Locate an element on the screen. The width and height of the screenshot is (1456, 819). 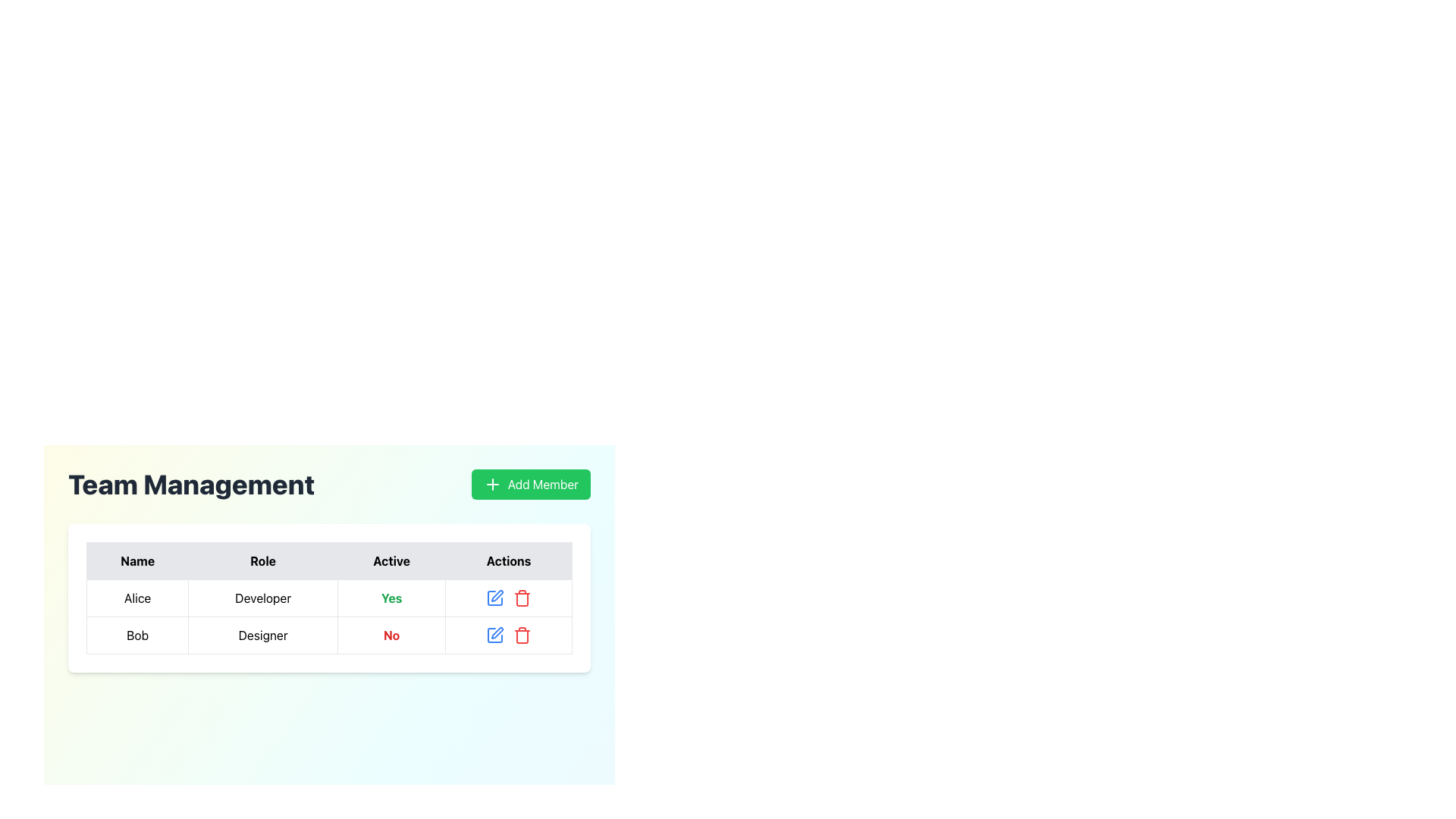
the first row of the 'Team Management' table that contains 'Alice', 'Developer', and 'Yes' is located at coordinates (328, 598).